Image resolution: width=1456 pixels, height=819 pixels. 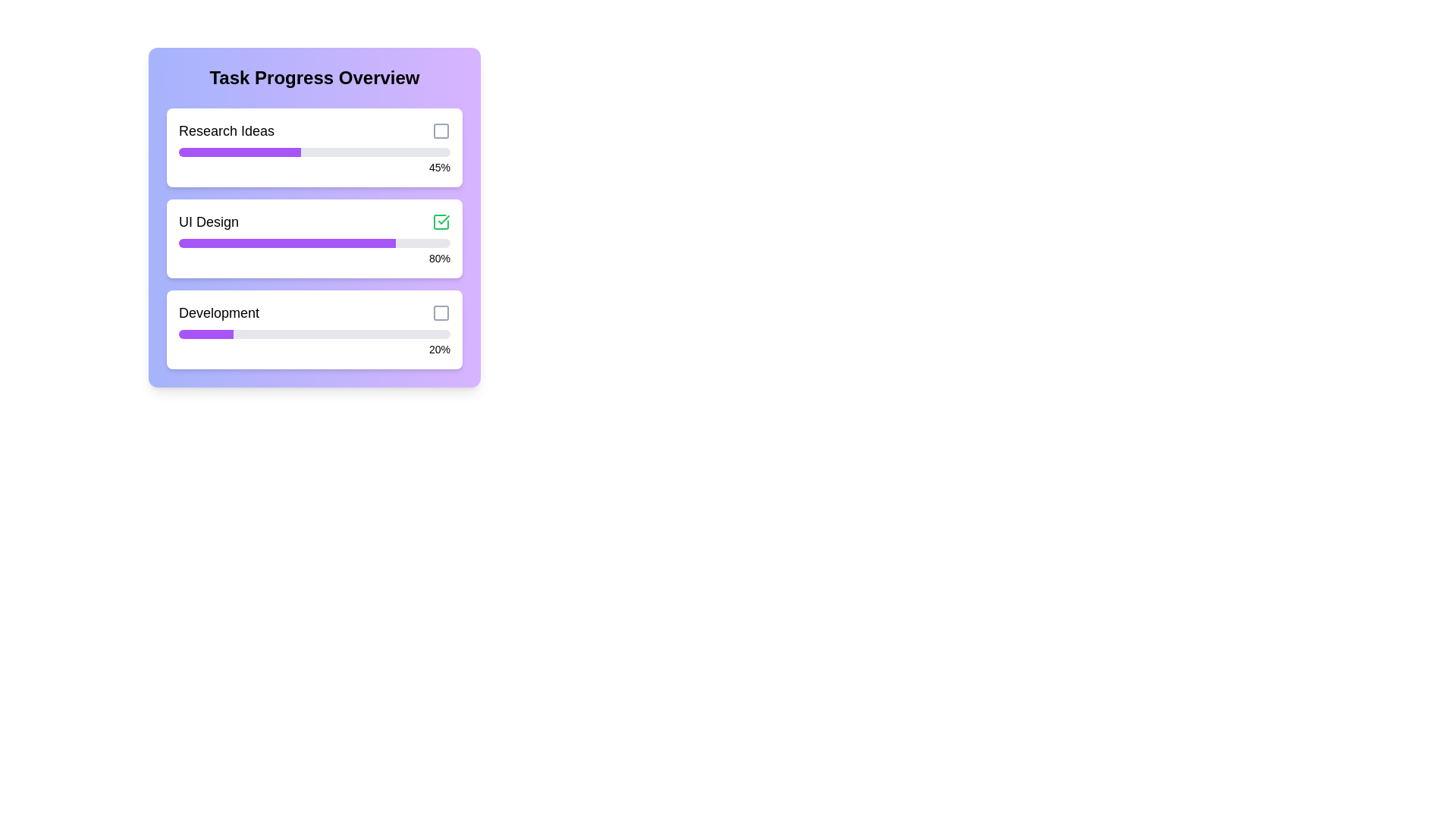 I want to click on the checkbox for the 'Development' task located in the right section of the task overview panel, so click(x=440, y=312).